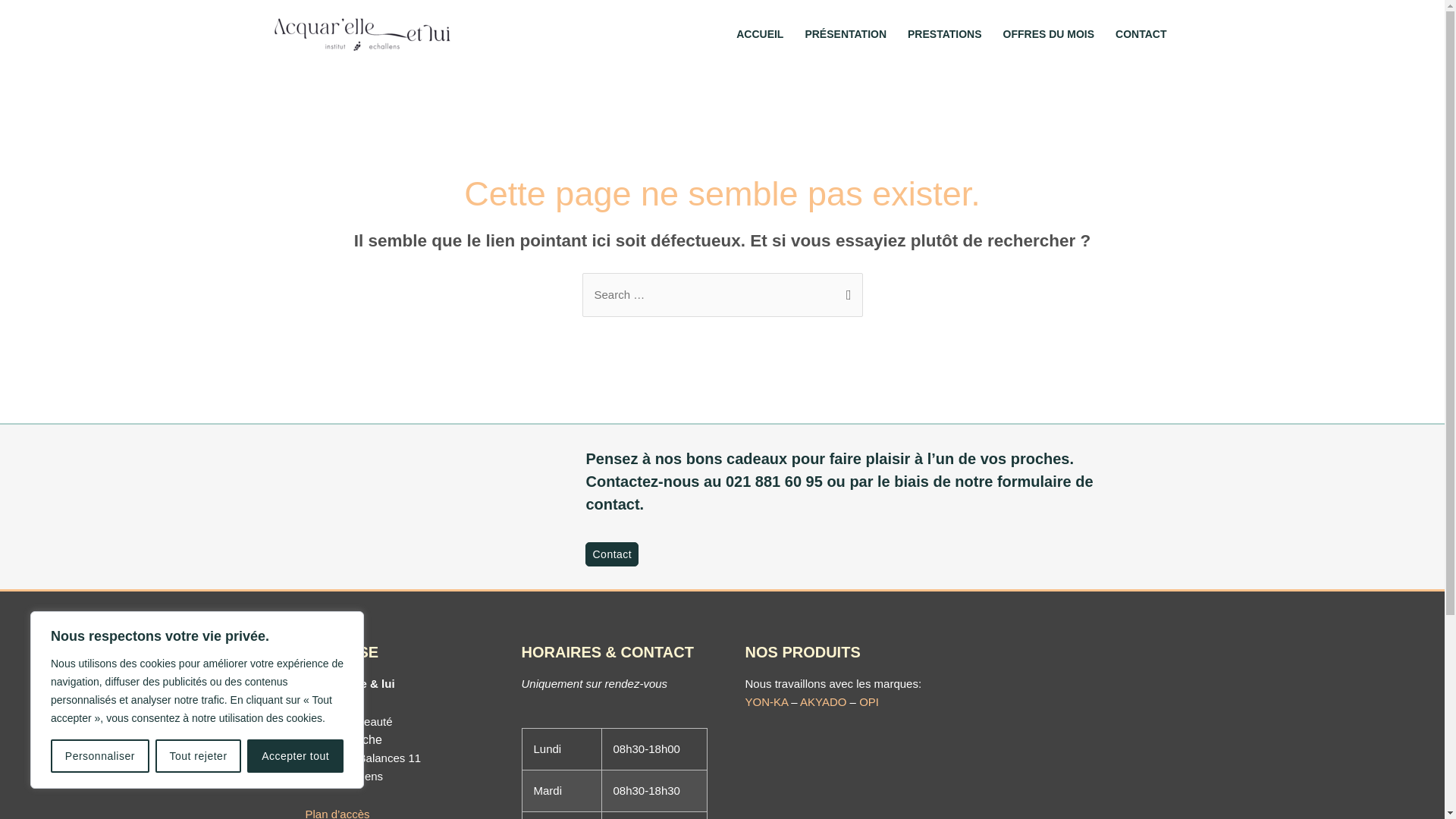  What do you see at coordinates (822, 701) in the screenshot?
I see `'AKYADO'` at bounding box center [822, 701].